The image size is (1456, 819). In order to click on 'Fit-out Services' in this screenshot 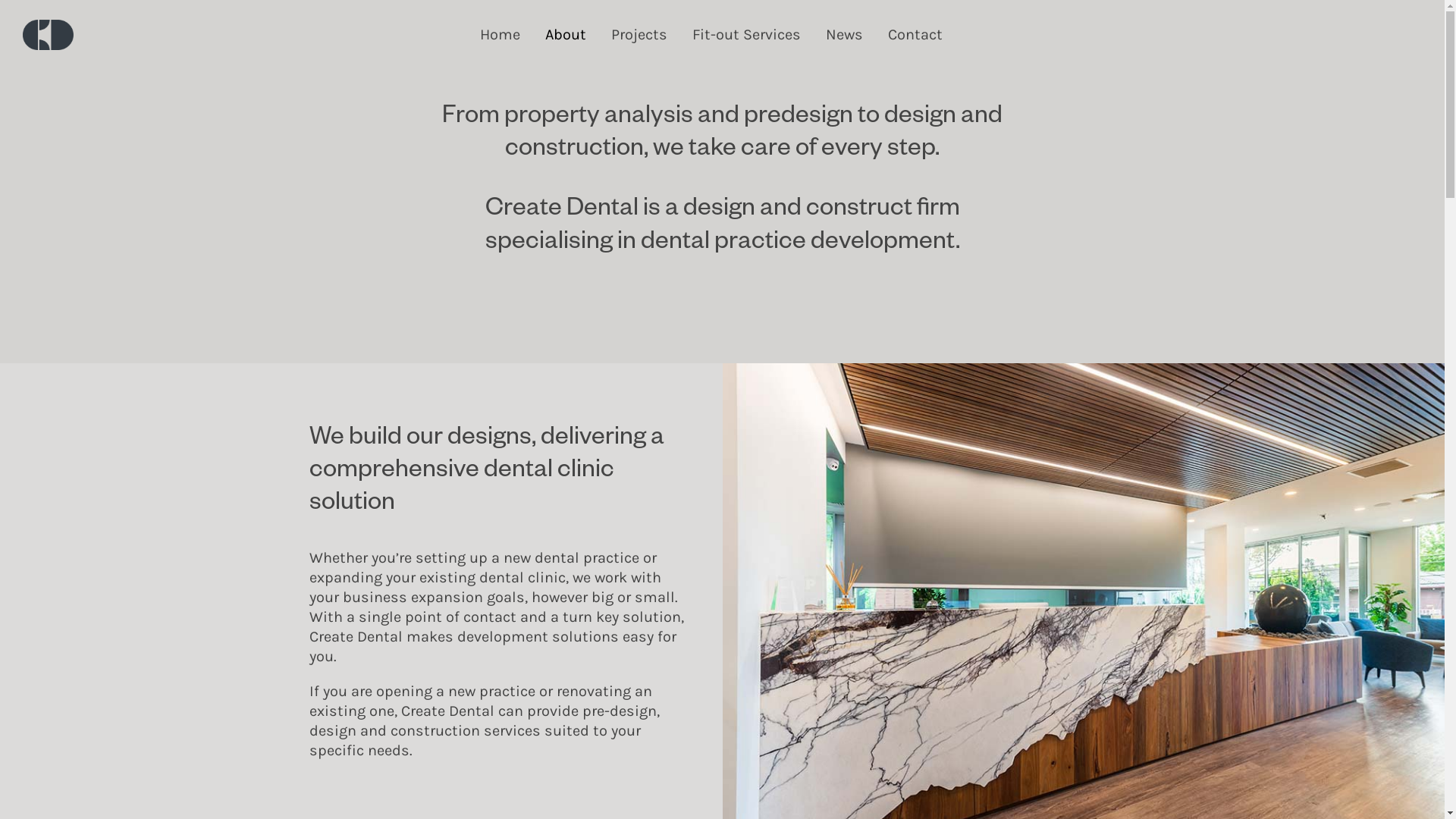, I will do `click(745, 34)`.